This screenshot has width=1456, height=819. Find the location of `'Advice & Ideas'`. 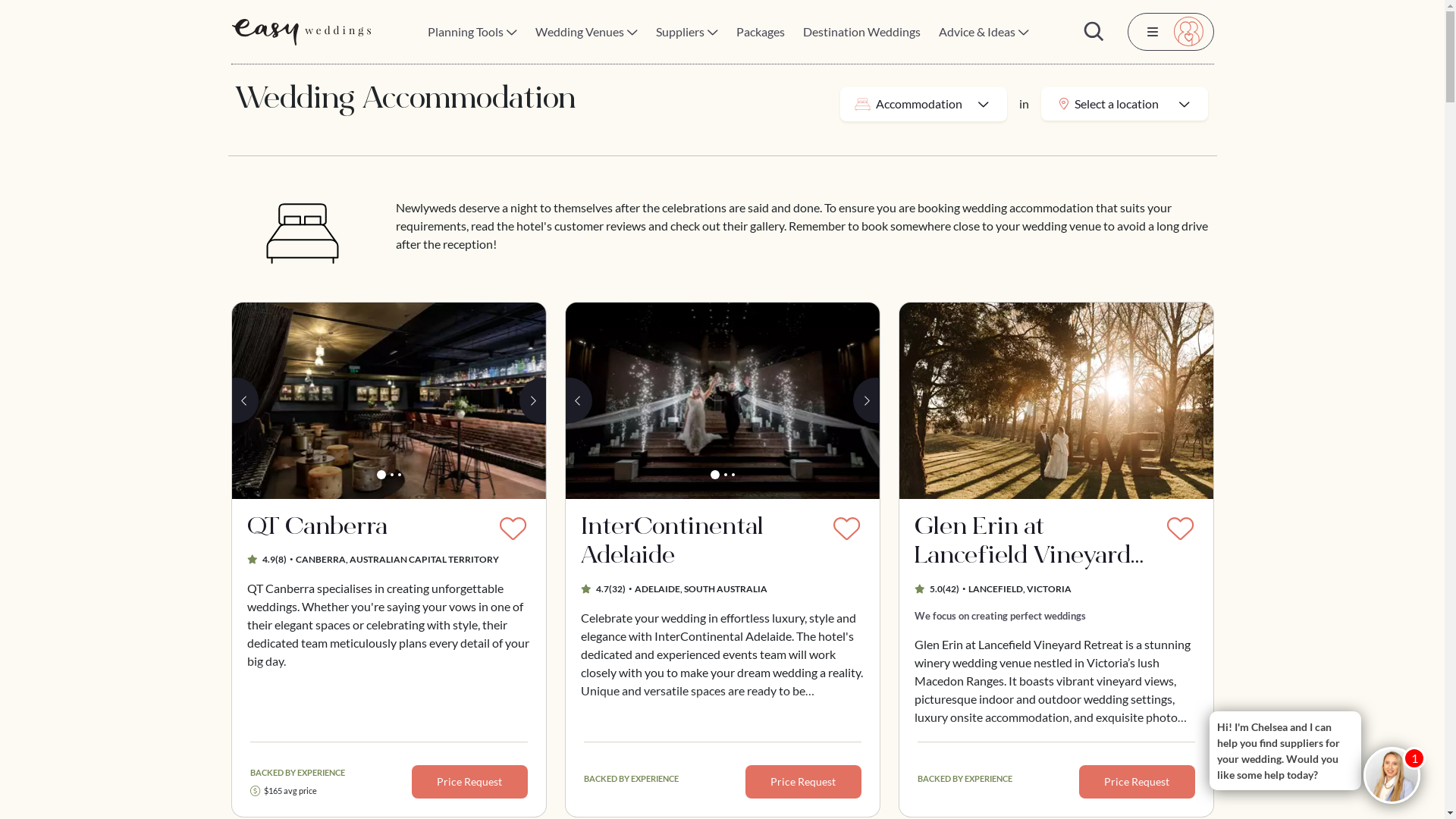

'Advice & Ideas' is located at coordinates (984, 32).